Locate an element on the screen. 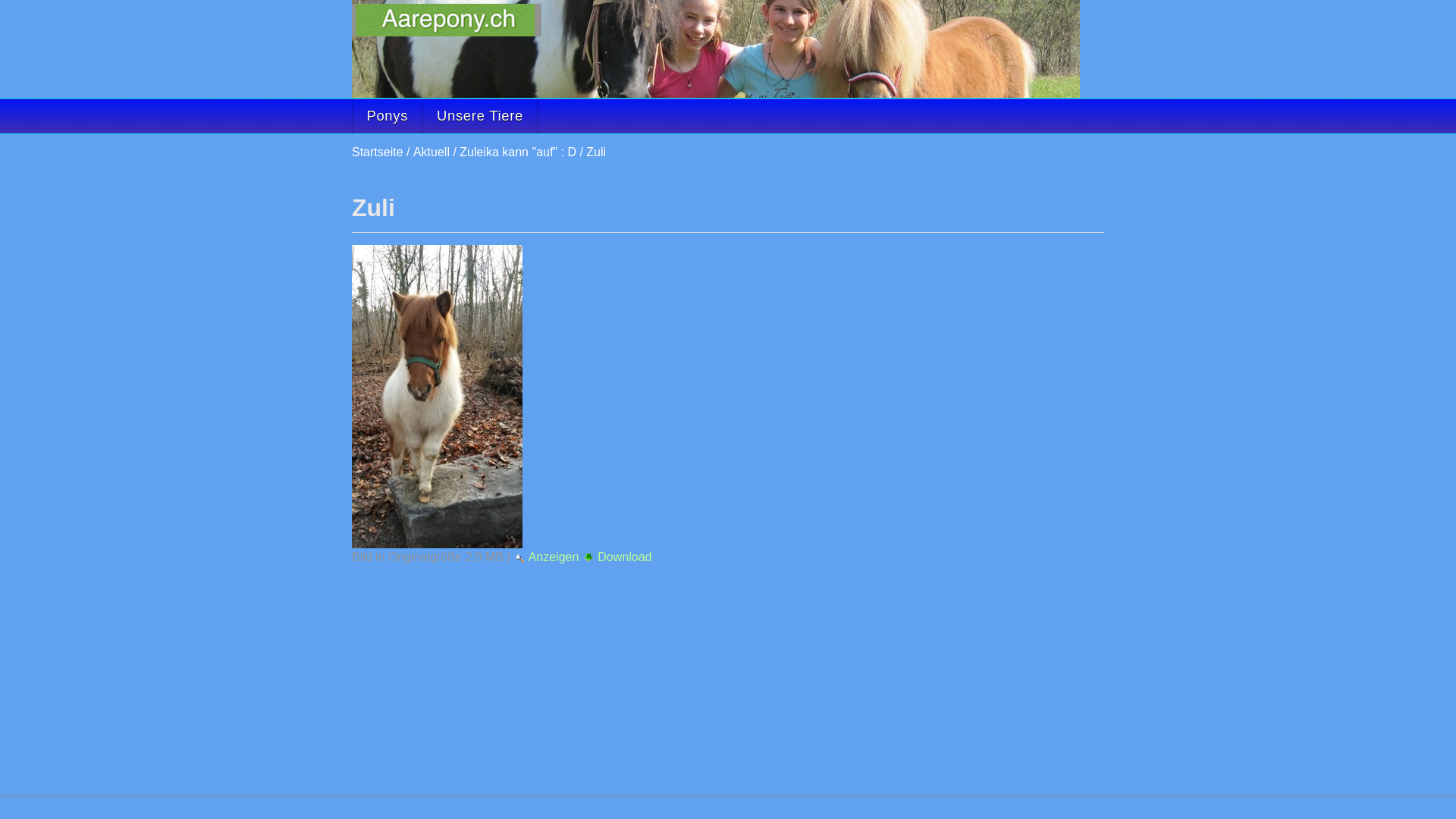 This screenshot has height=819, width=1456. 'Ponys' is located at coordinates (387, 115).